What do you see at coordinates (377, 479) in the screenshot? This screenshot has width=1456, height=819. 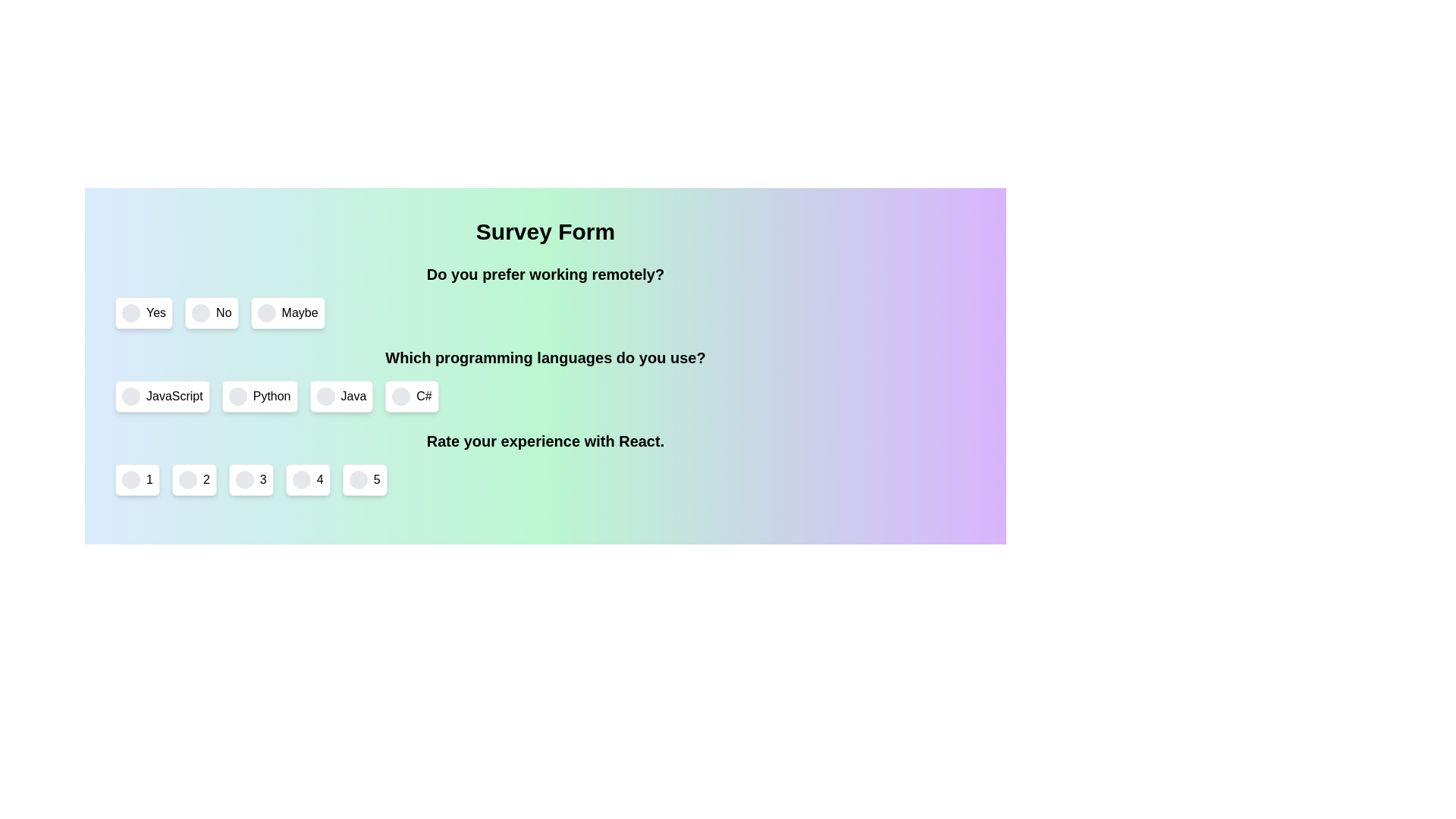 I see `the text label displaying the rating value '5' located at the far right of a horizontal row of buttons labeled from 1 to 5` at bounding box center [377, 479].